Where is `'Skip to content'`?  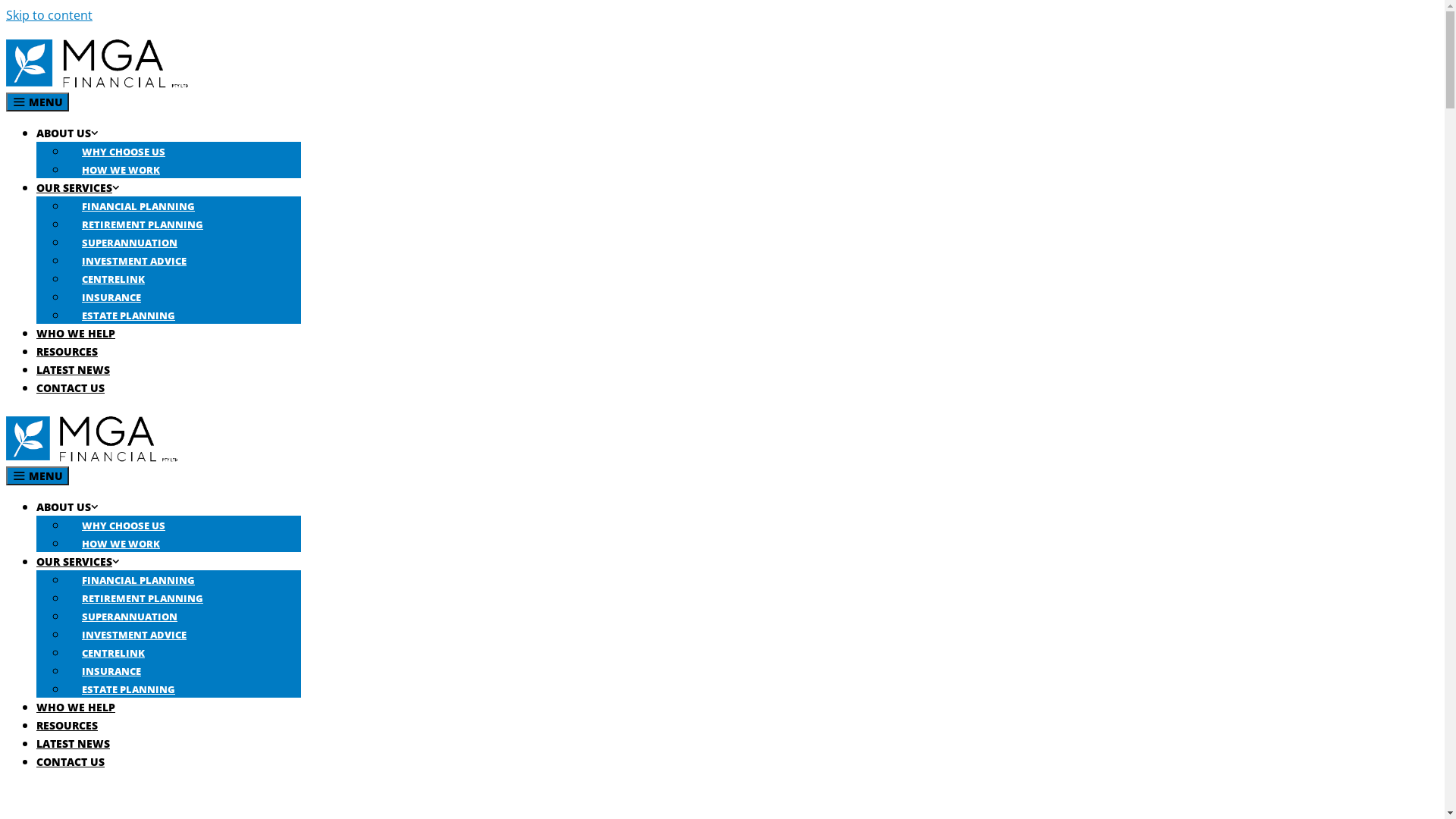
'Skip to content' is located at coordinates (49, 14).